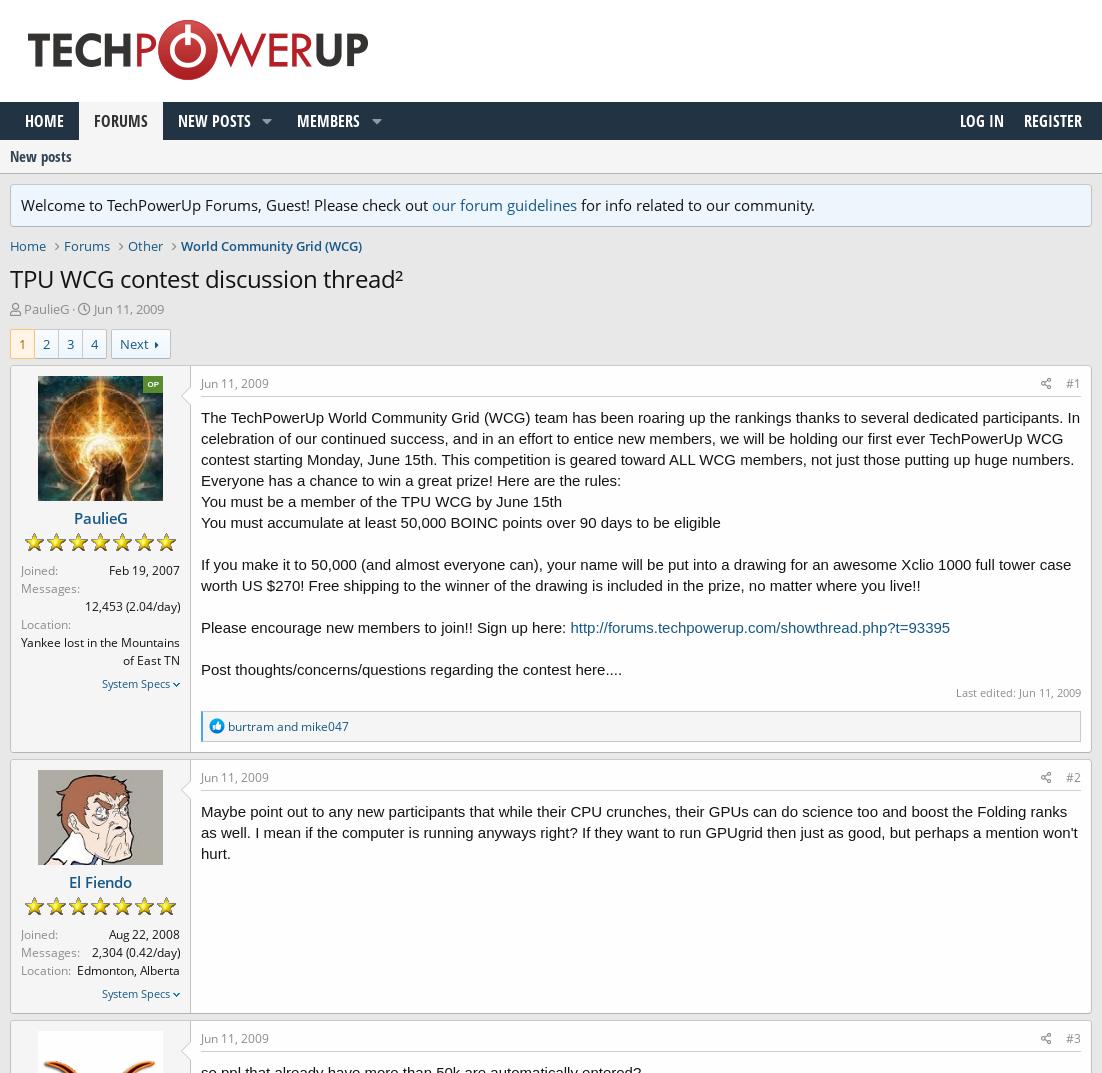 This screenshot has height=1073, width=1102. Describe the element at coordinates (127, 245) in the screenshot. I see `'Other'` at that location.